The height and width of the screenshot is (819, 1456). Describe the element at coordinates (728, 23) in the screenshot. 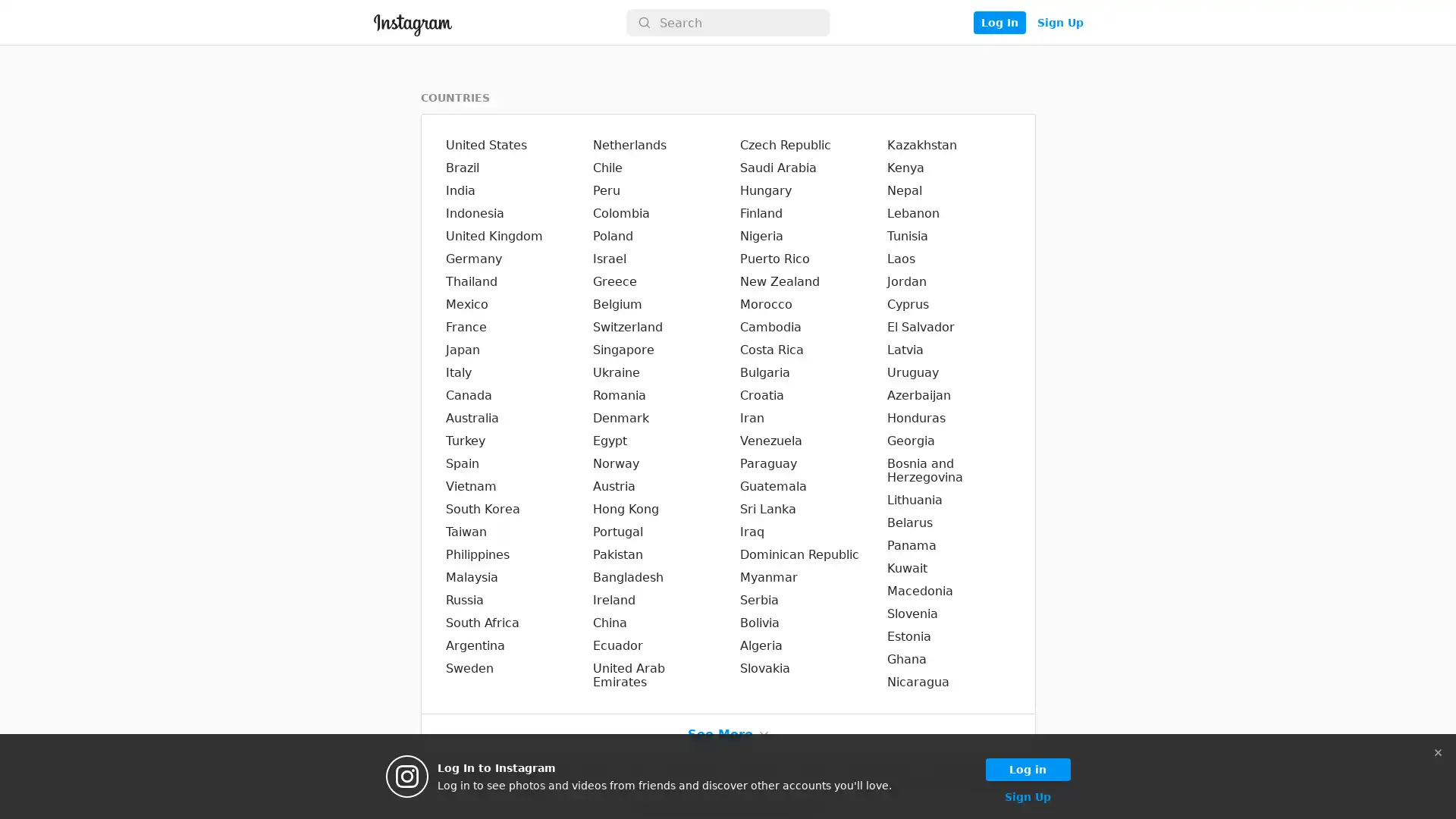

I see `Search Search` at that location.